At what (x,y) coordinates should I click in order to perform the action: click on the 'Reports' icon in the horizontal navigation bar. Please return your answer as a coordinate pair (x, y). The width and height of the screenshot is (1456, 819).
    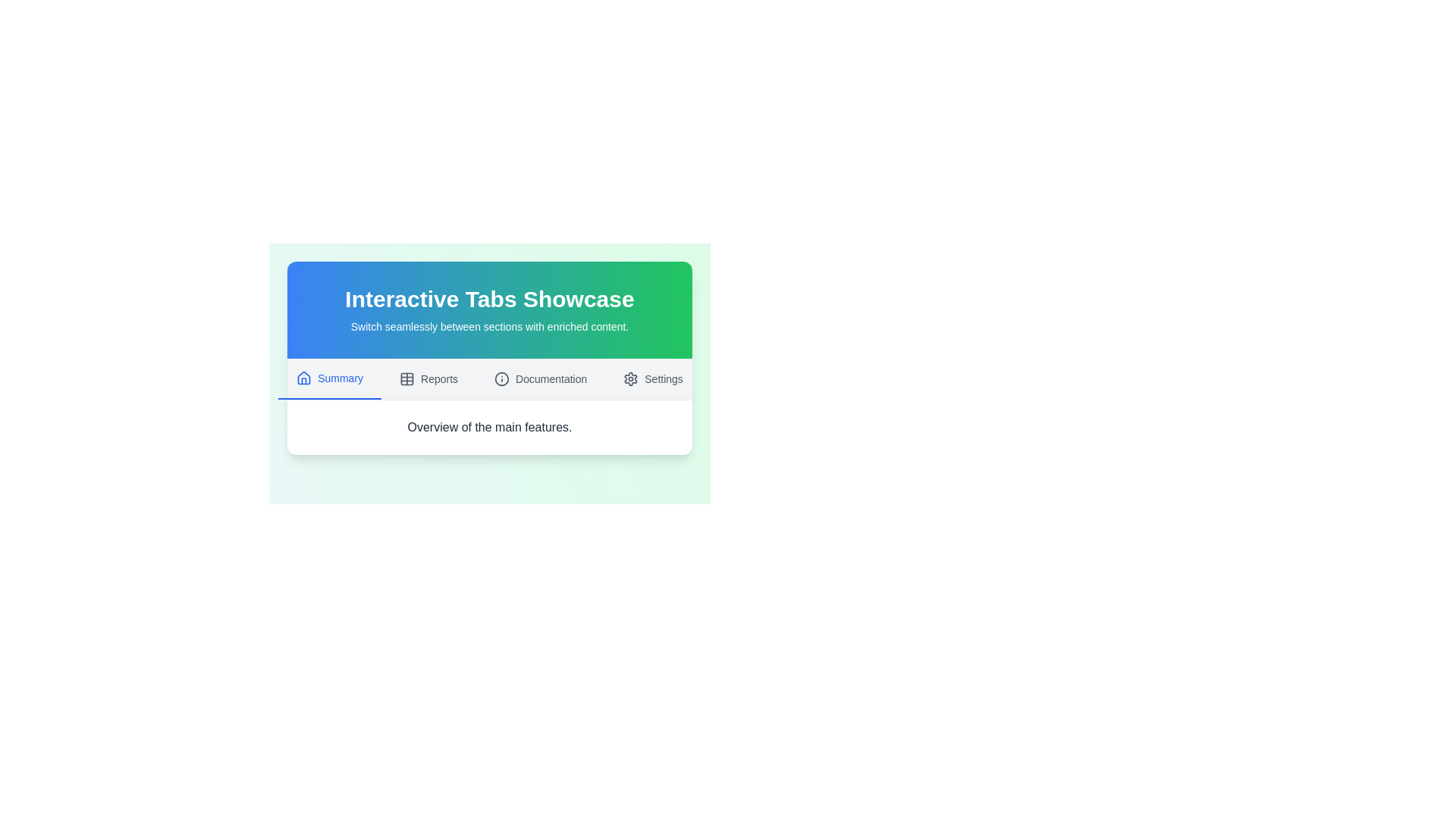
    Looking at the image, I should click on (407, 378).